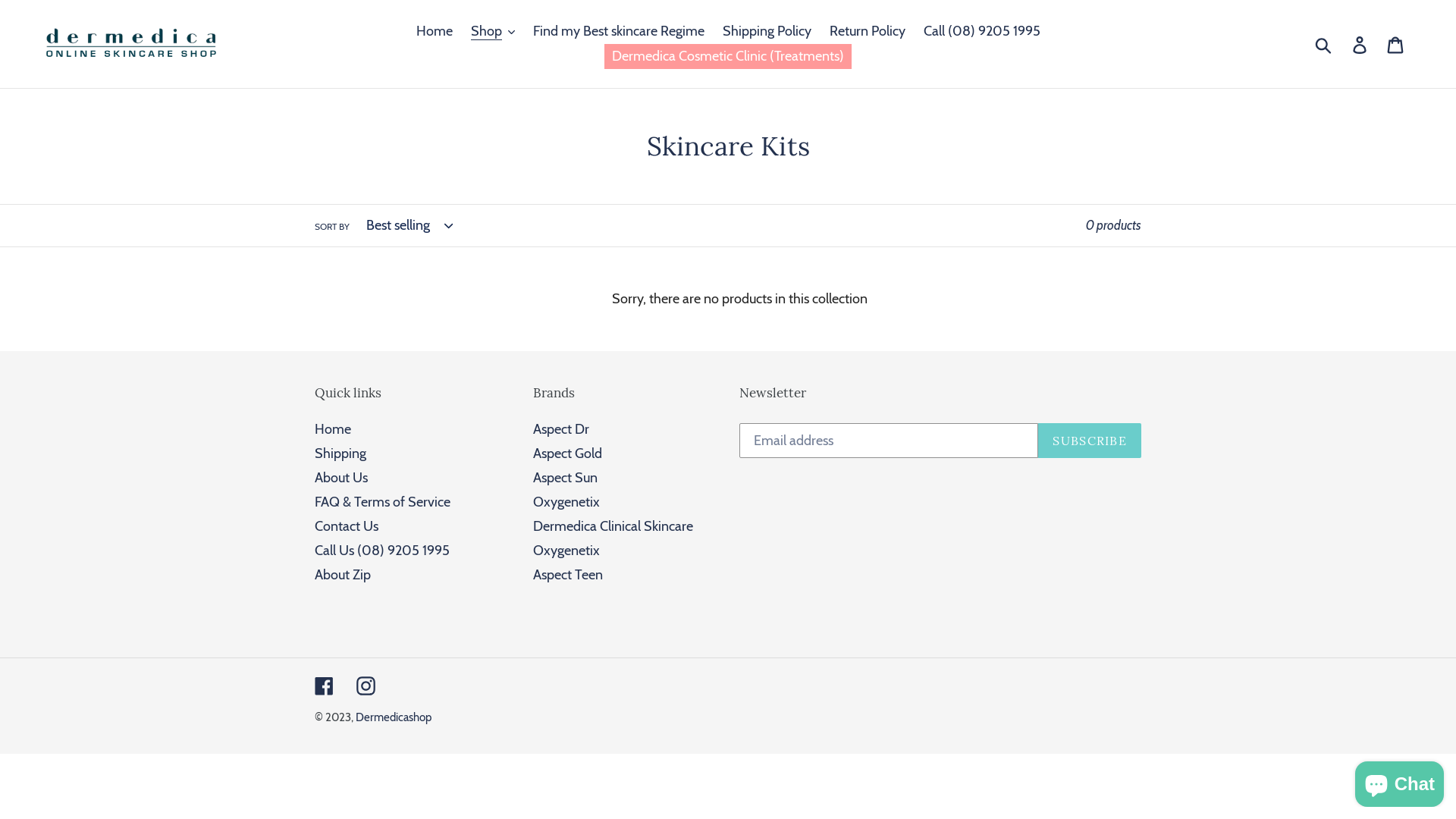  What do you see at coordinates (340, 476) in the screenshot?
I see `'About Us'` at bounding box center [340, 476].